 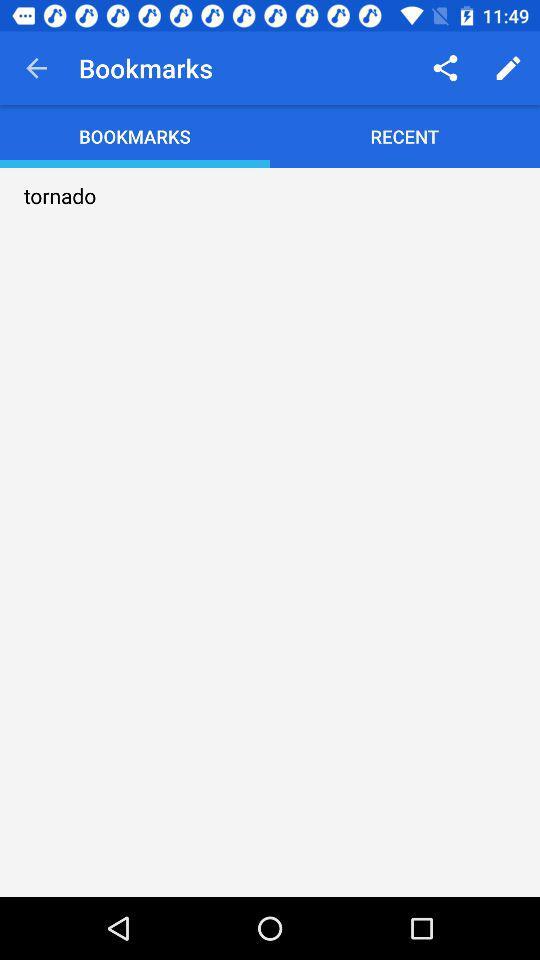 I want to click on item below bookmarks, so click(x=60, y=195).